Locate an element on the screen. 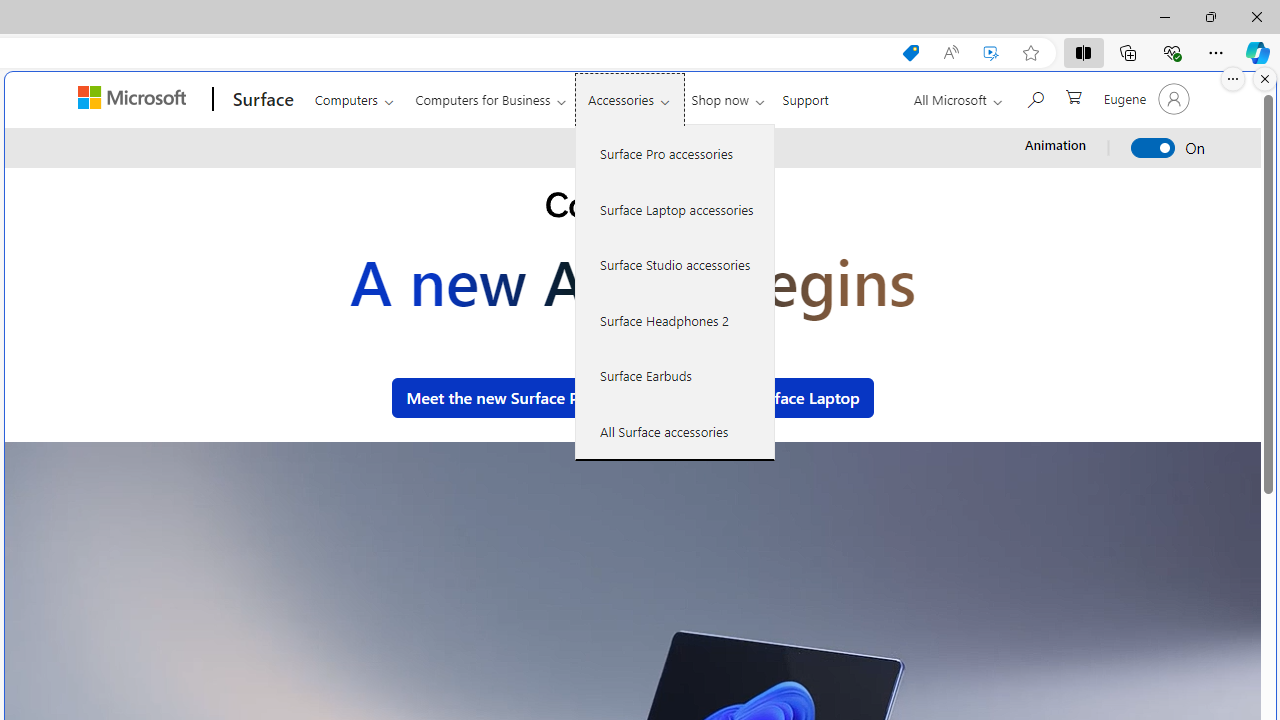 This screenshot has width=1280, height=720. 'Surface Studio accessories' is located at coordinates (675, 263).